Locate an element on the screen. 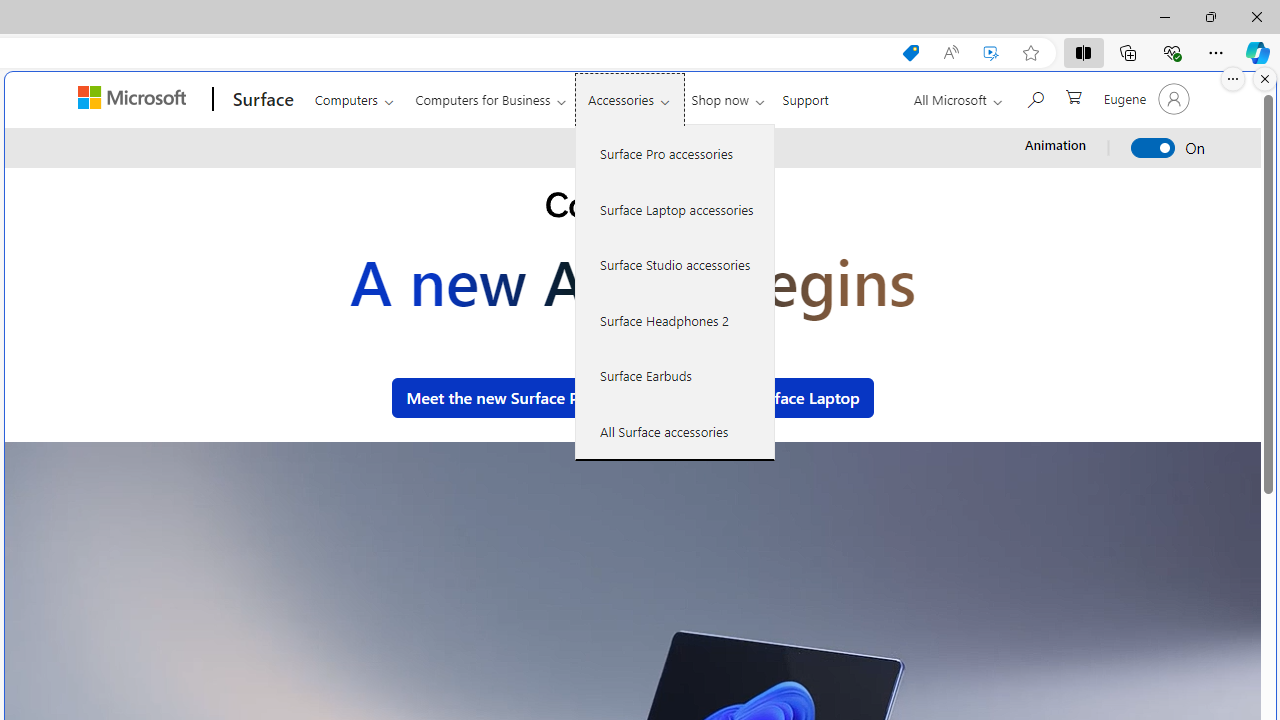 This screenshot has width=1280, height=720. 'Surface Studio accessories' is located at coordinates (675, 263).